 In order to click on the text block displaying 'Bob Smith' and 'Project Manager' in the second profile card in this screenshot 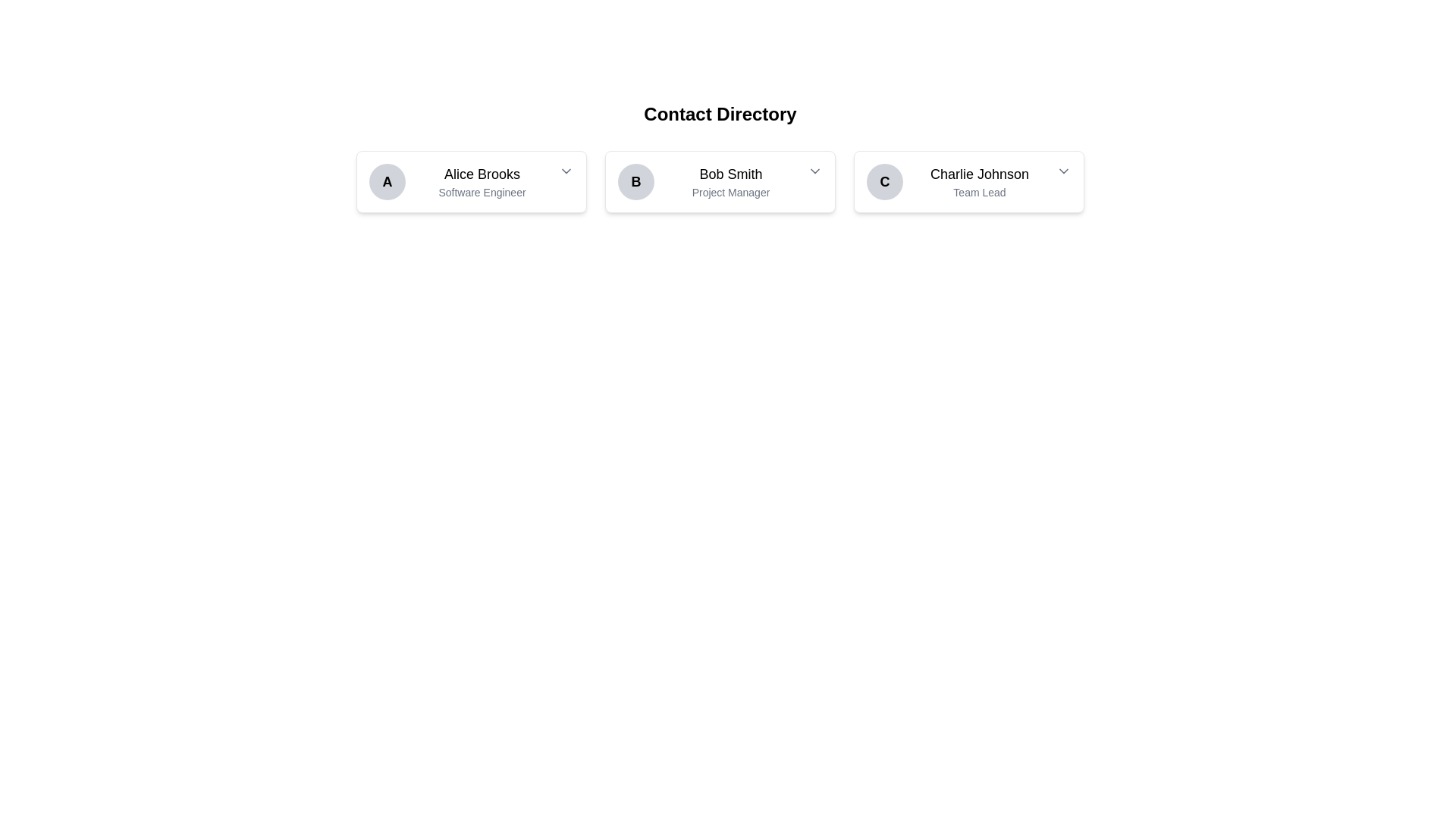, I will do `click(731, 180)`.